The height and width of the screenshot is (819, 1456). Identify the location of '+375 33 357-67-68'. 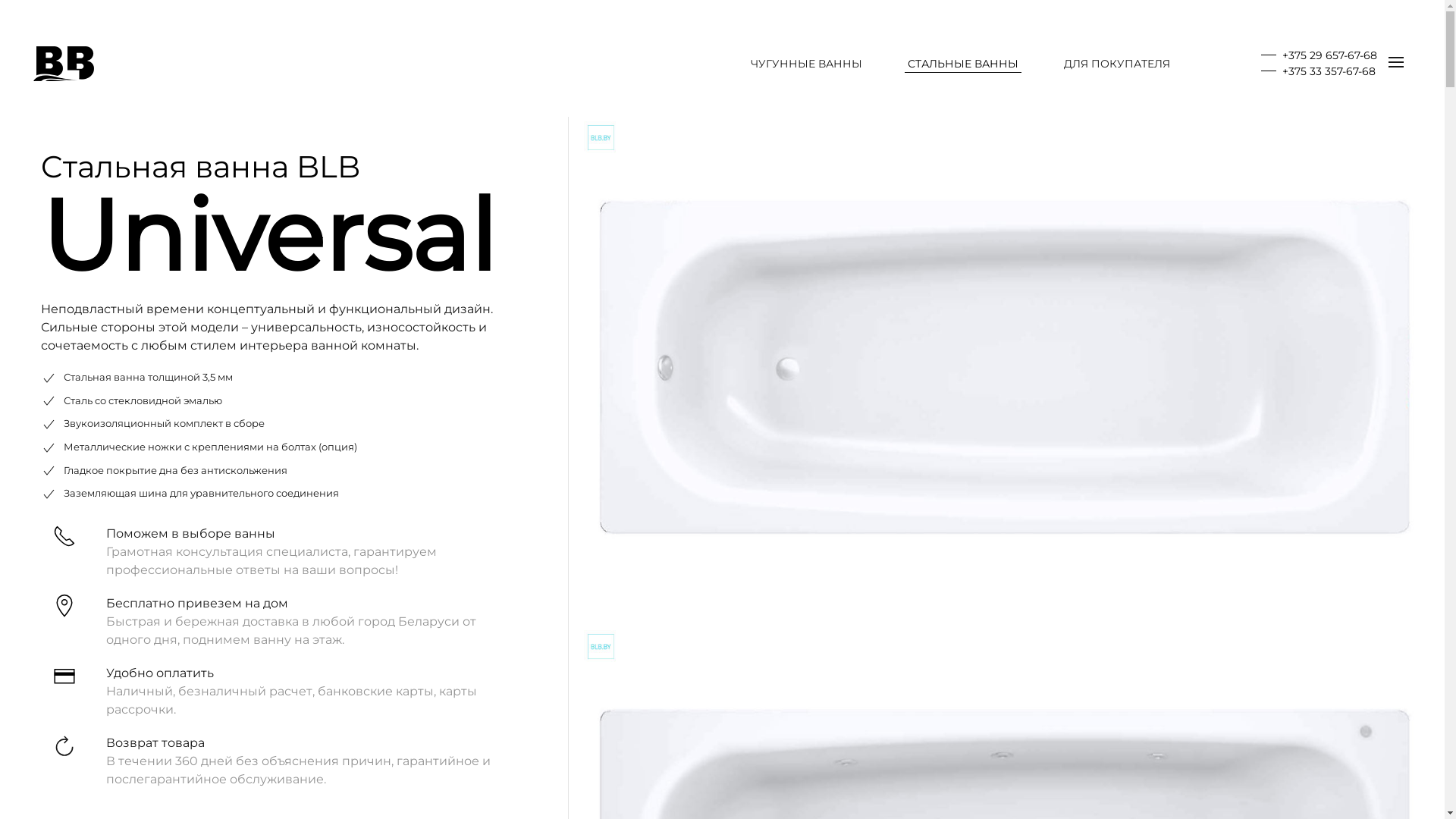
(1317, 71).